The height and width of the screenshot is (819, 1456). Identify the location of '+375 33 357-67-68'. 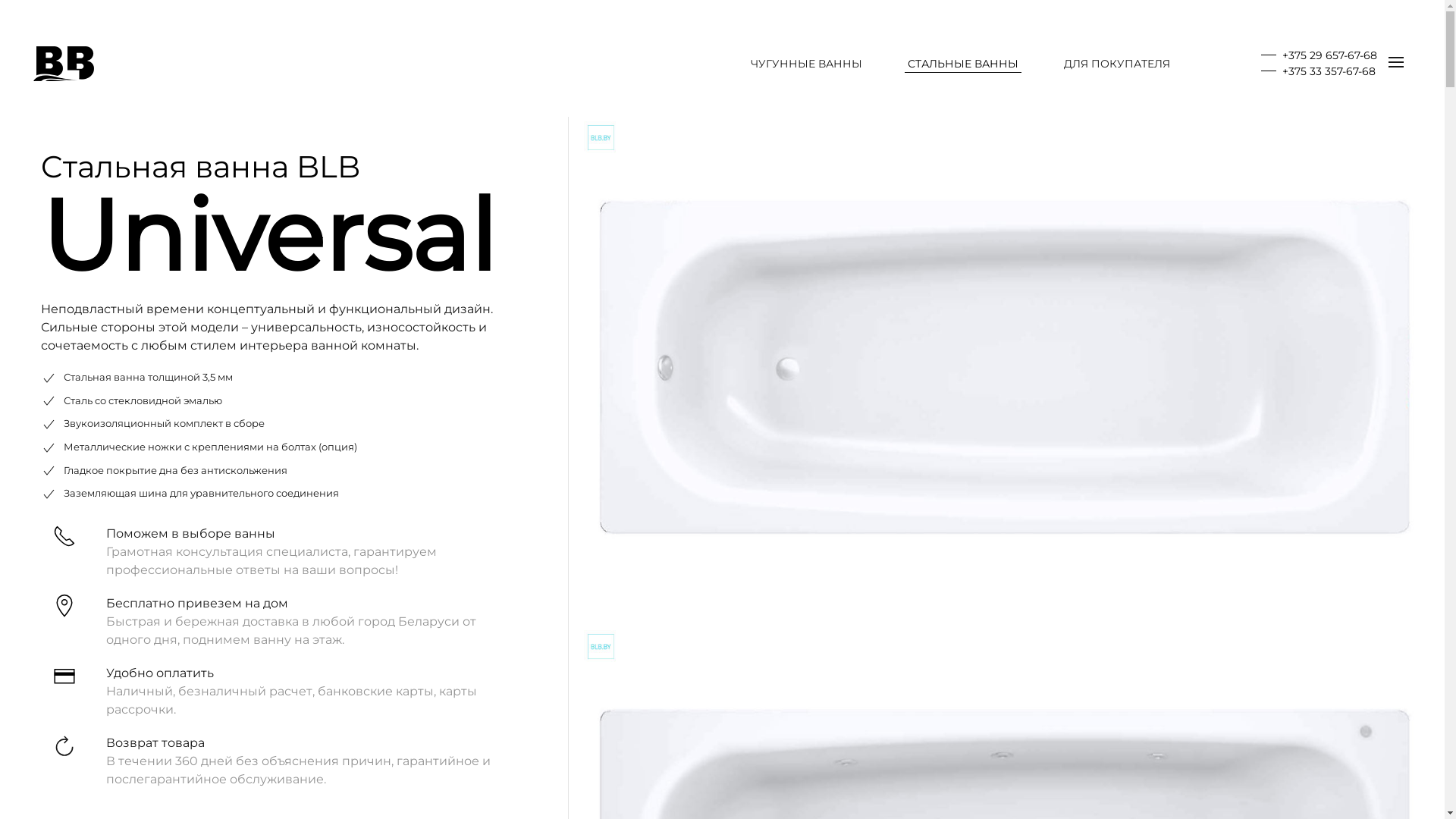
(1317, 71).